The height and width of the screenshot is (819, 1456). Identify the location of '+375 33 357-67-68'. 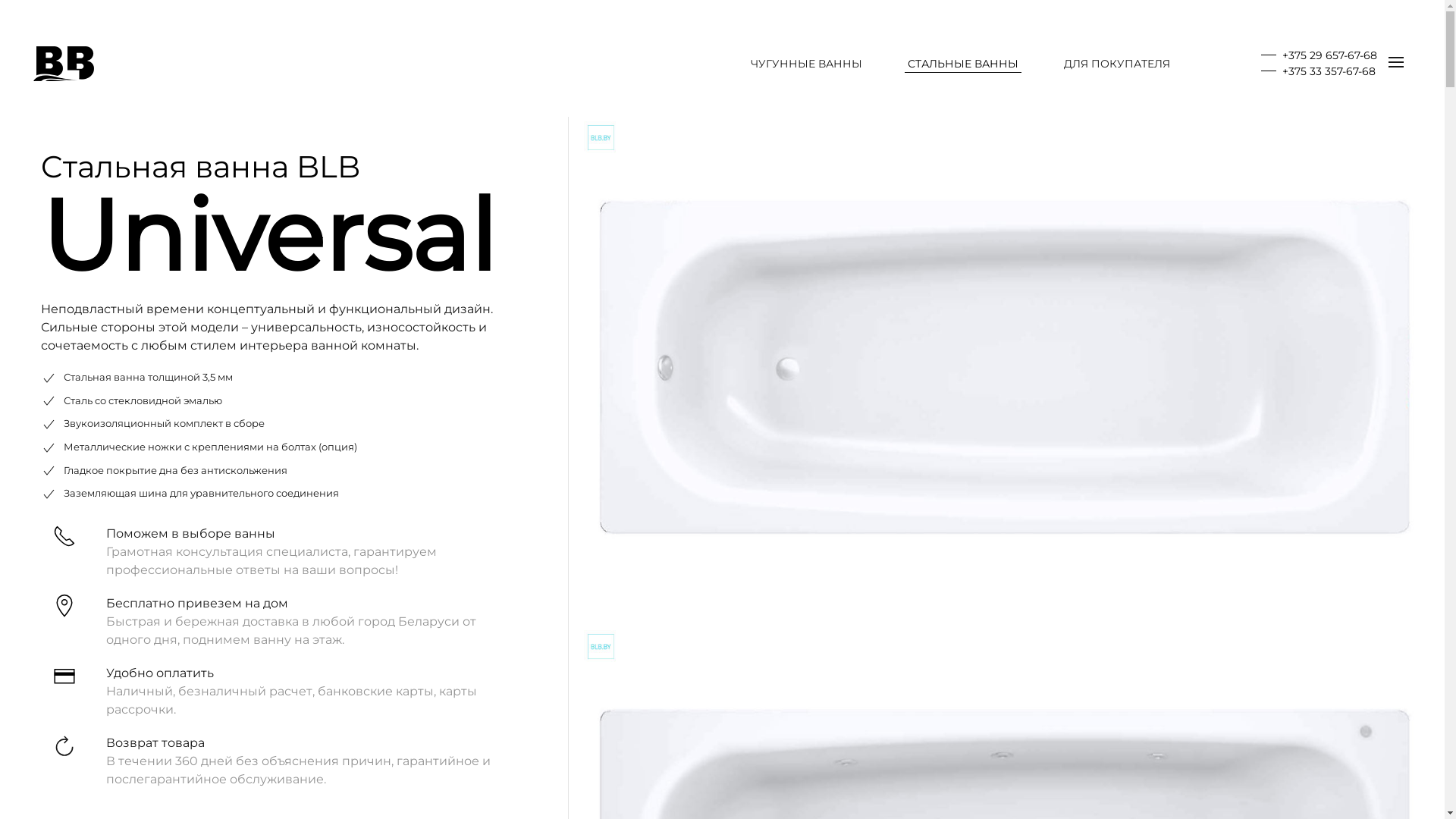
(1317, 71).